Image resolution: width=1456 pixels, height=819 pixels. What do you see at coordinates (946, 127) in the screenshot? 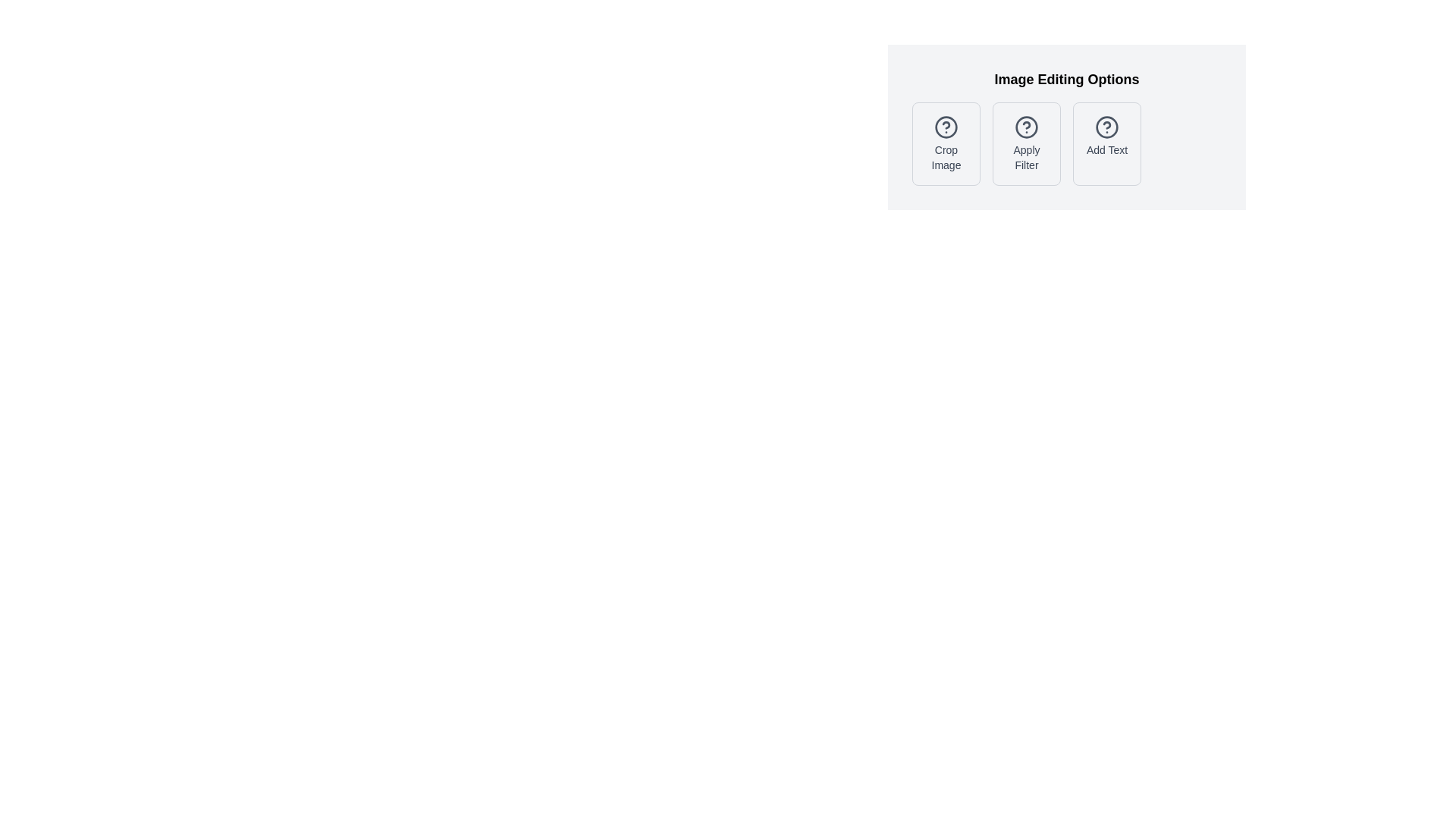
I see `the gray SVG icon with a question mark symbol located in the first column of the 'Image Editing Options' row, above the 'Crop Image' label` at bounding box center [946, 127].